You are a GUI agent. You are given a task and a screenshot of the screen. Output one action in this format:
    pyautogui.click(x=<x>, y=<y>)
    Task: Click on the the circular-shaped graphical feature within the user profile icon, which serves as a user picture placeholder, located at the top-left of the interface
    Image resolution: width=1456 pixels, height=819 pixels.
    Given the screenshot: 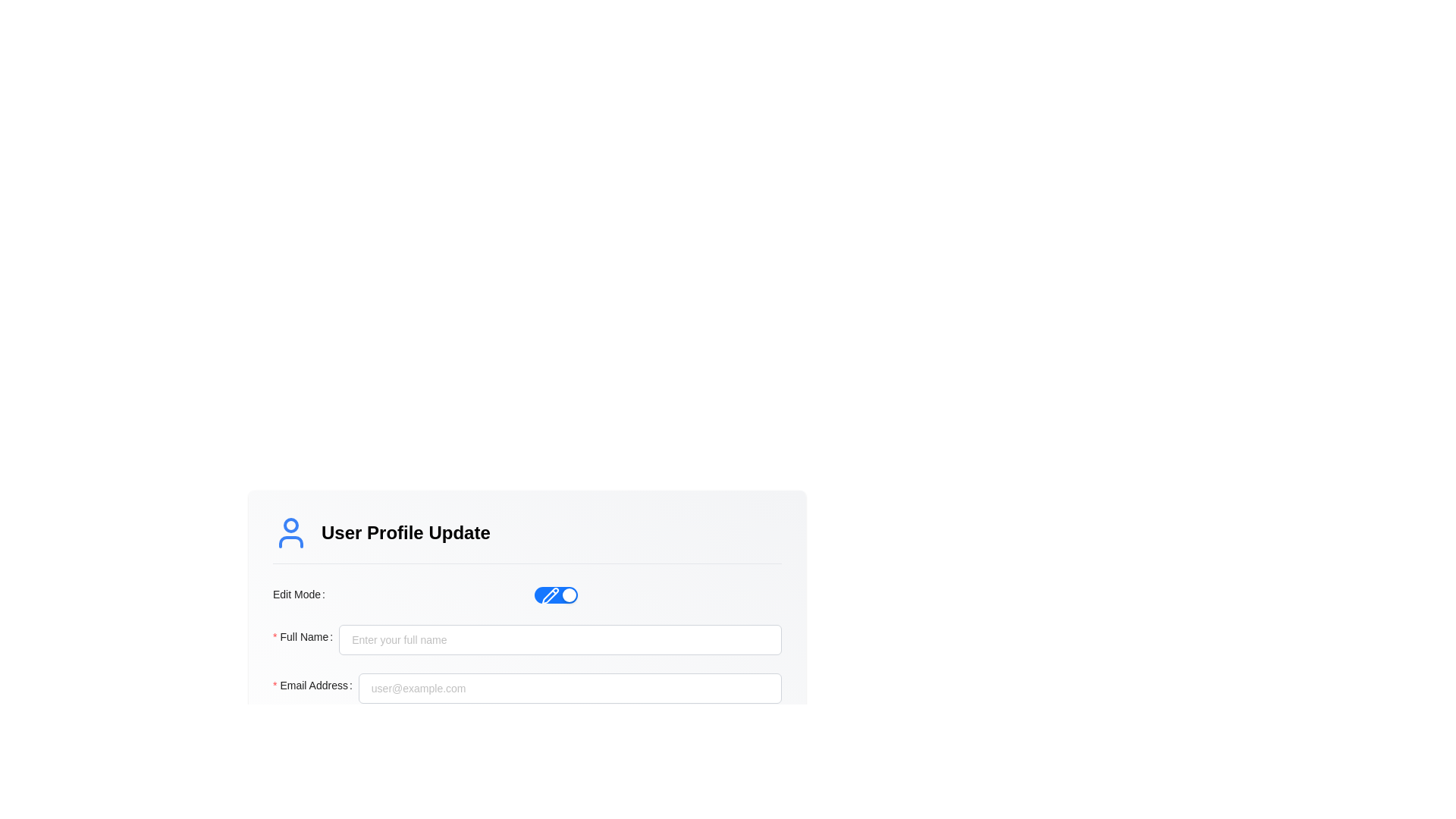 What is the action you would take?
    pyautogui.click(x=291, y=525)
    